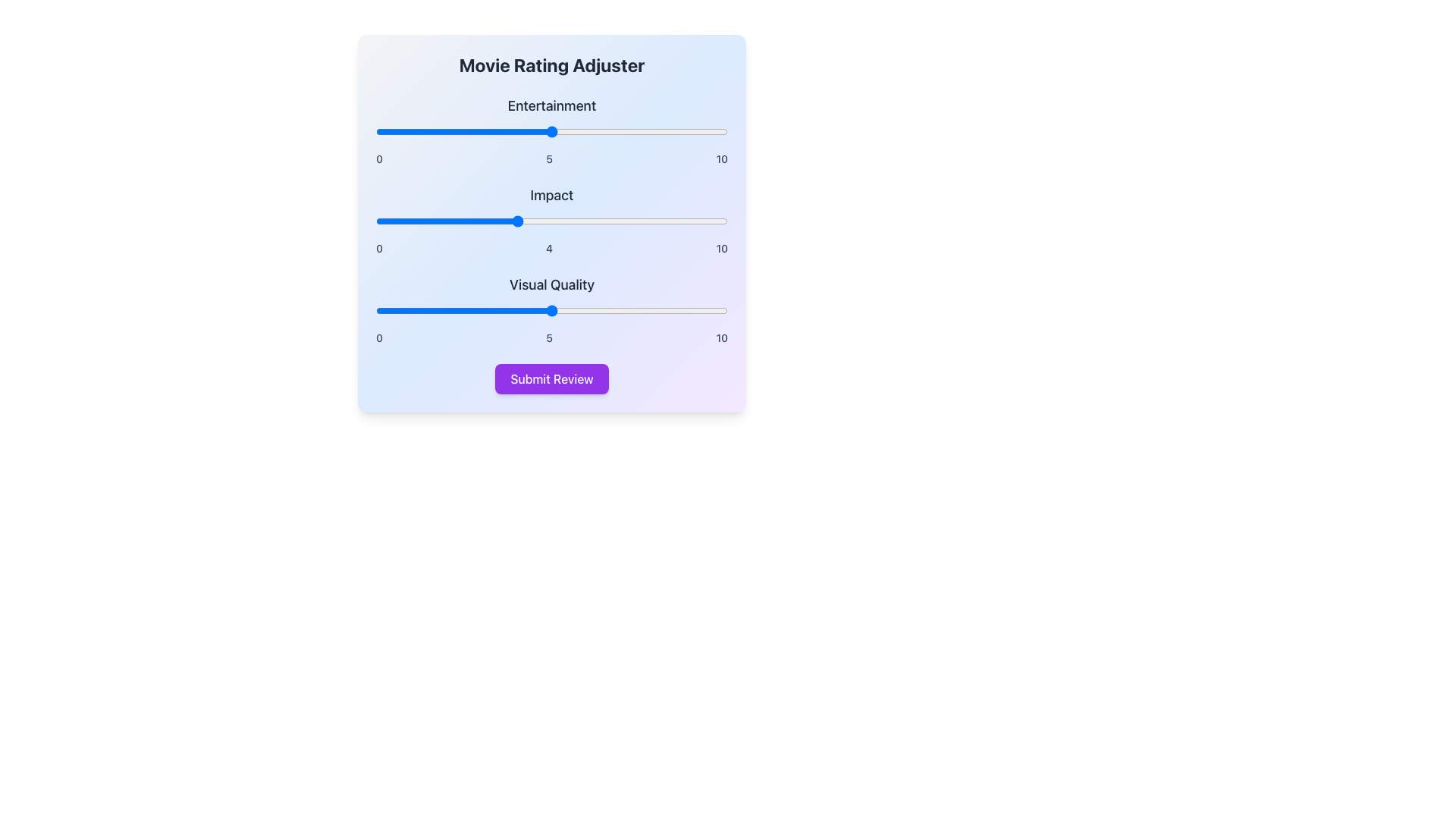 The width and height of the screenshot is (1456, 819). What do you see at coordinates (375, 130) in the screenshot?
I see `Entertainment rating` at bounding box center [375, 130].